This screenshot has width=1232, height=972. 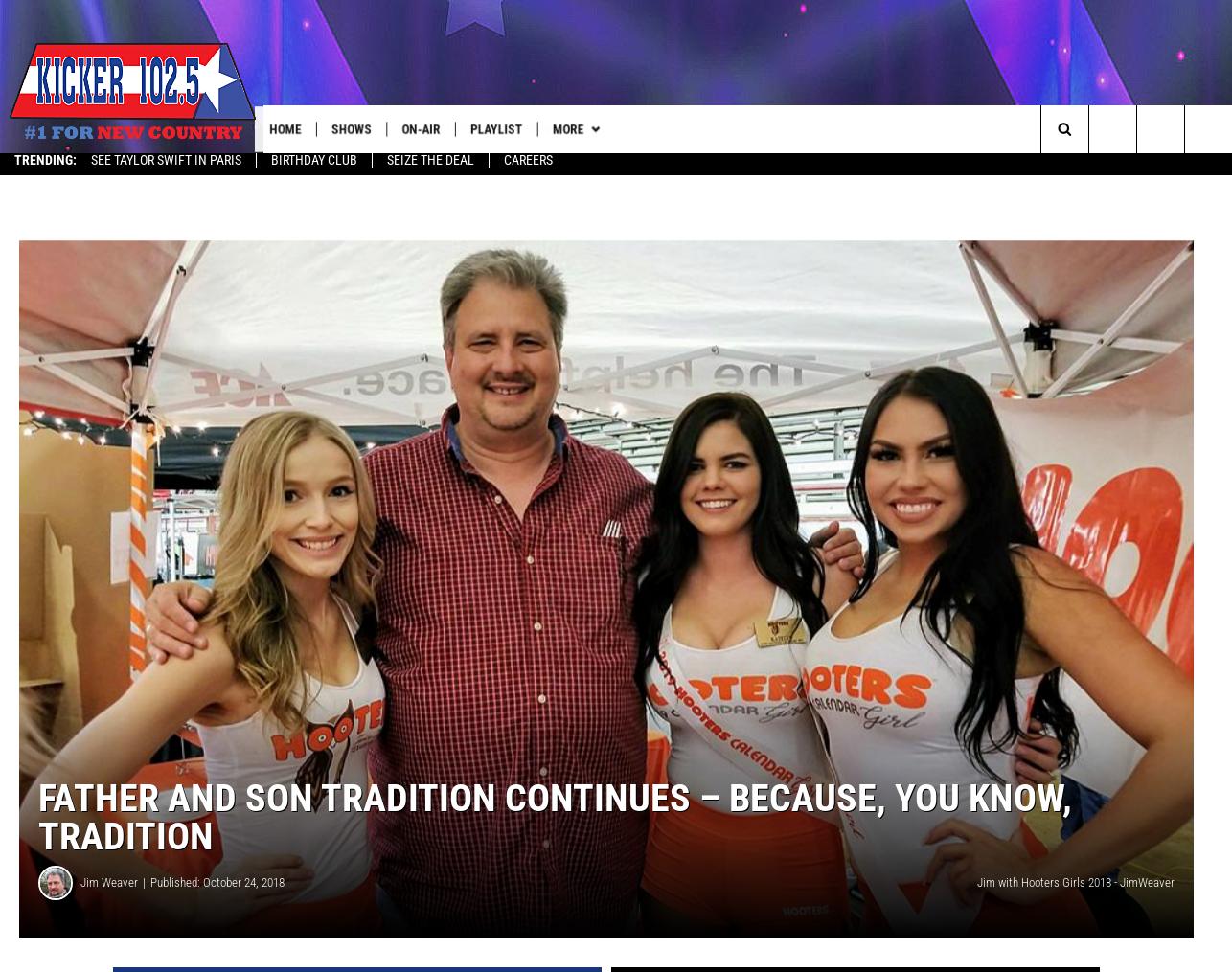 I want to click on 'Home', so click(x=295, y=128).